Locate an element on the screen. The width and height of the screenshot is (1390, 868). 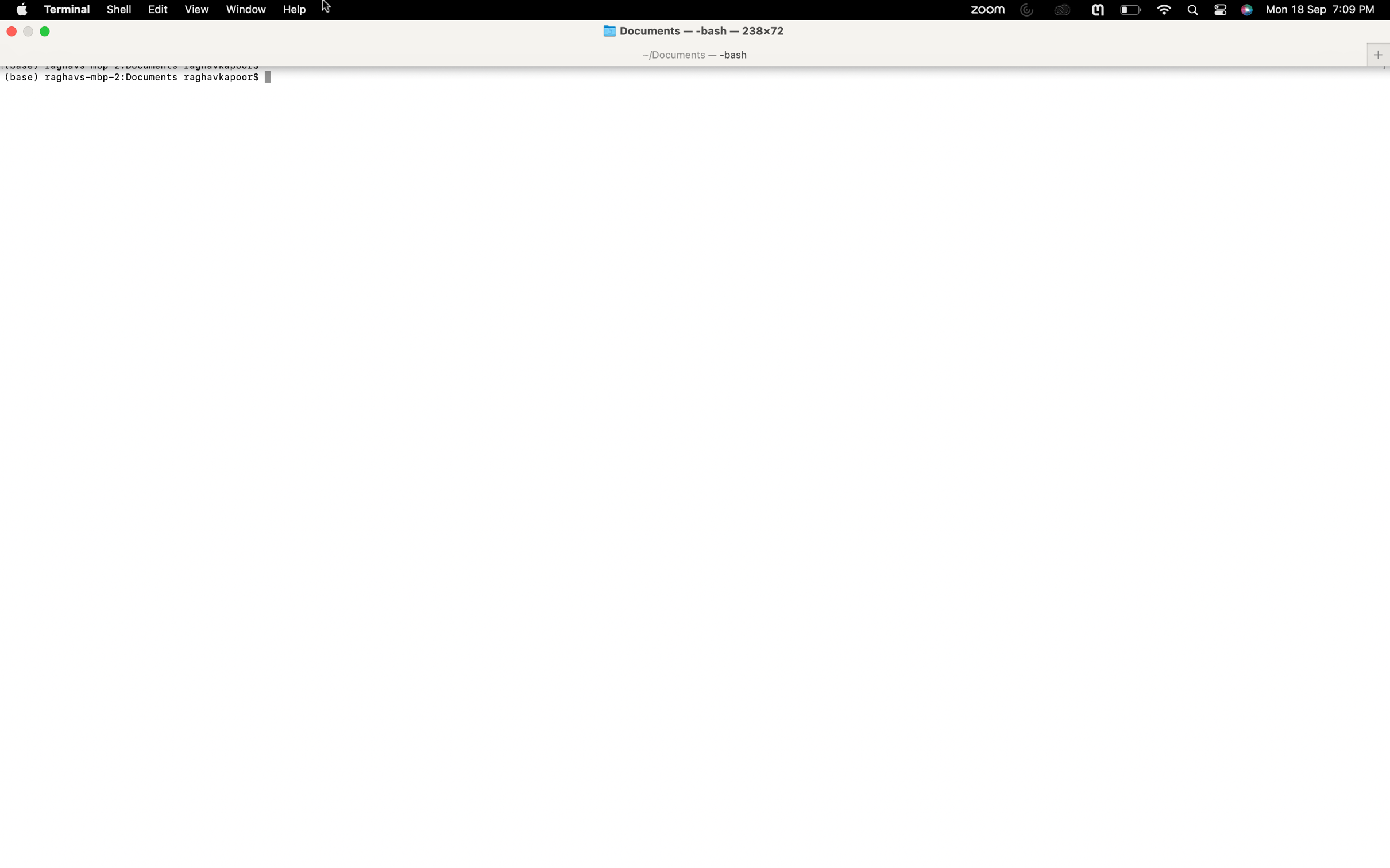
Enable split pane option under view settings to split your screen is located at coordinates (196, 9).